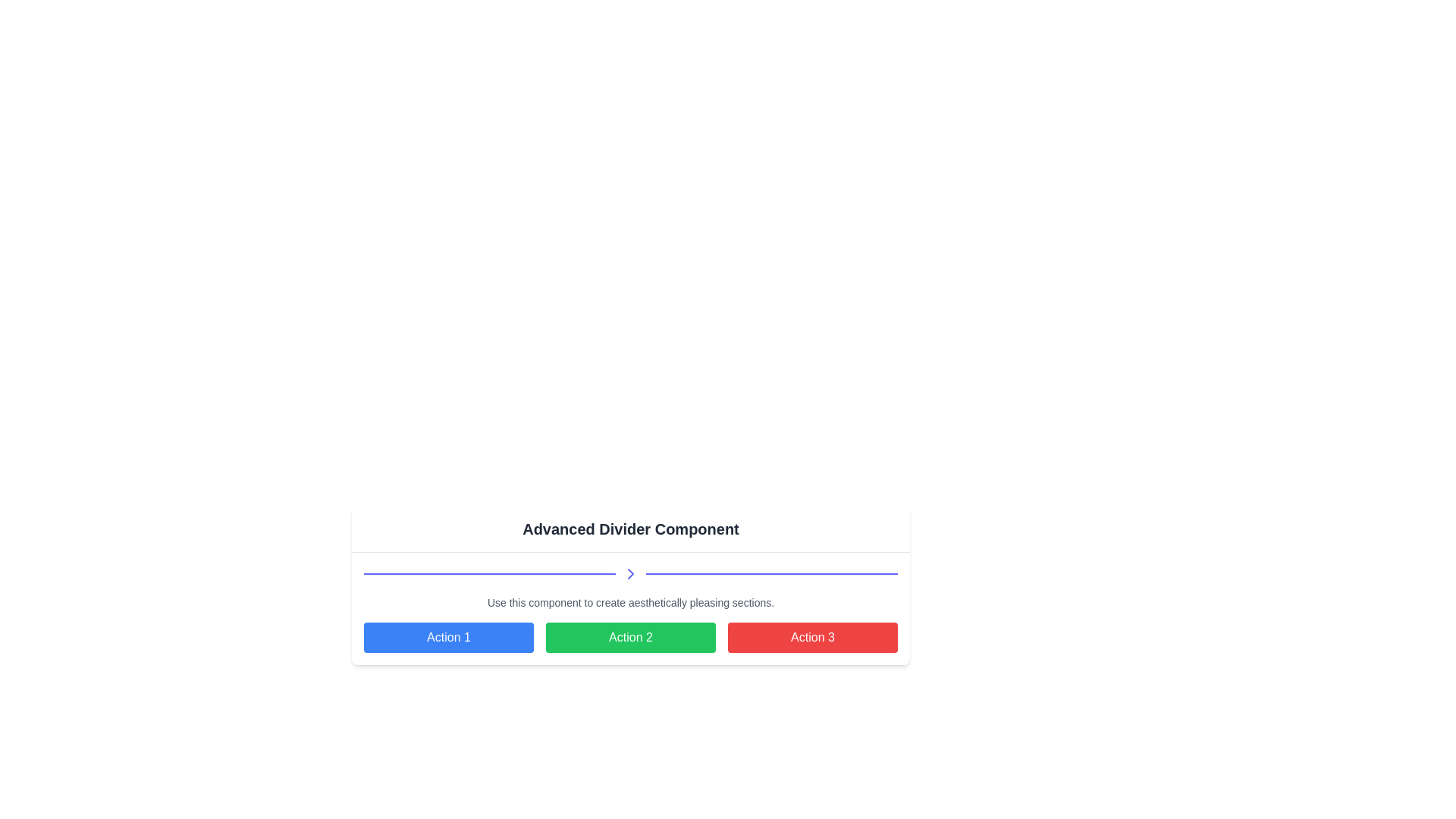  What do you see at coordinates (630, 637) in the screenshot?
I see `the second button labeled 'Action 2' located in the bottom center of the interface` at bounding box center [630, 637].